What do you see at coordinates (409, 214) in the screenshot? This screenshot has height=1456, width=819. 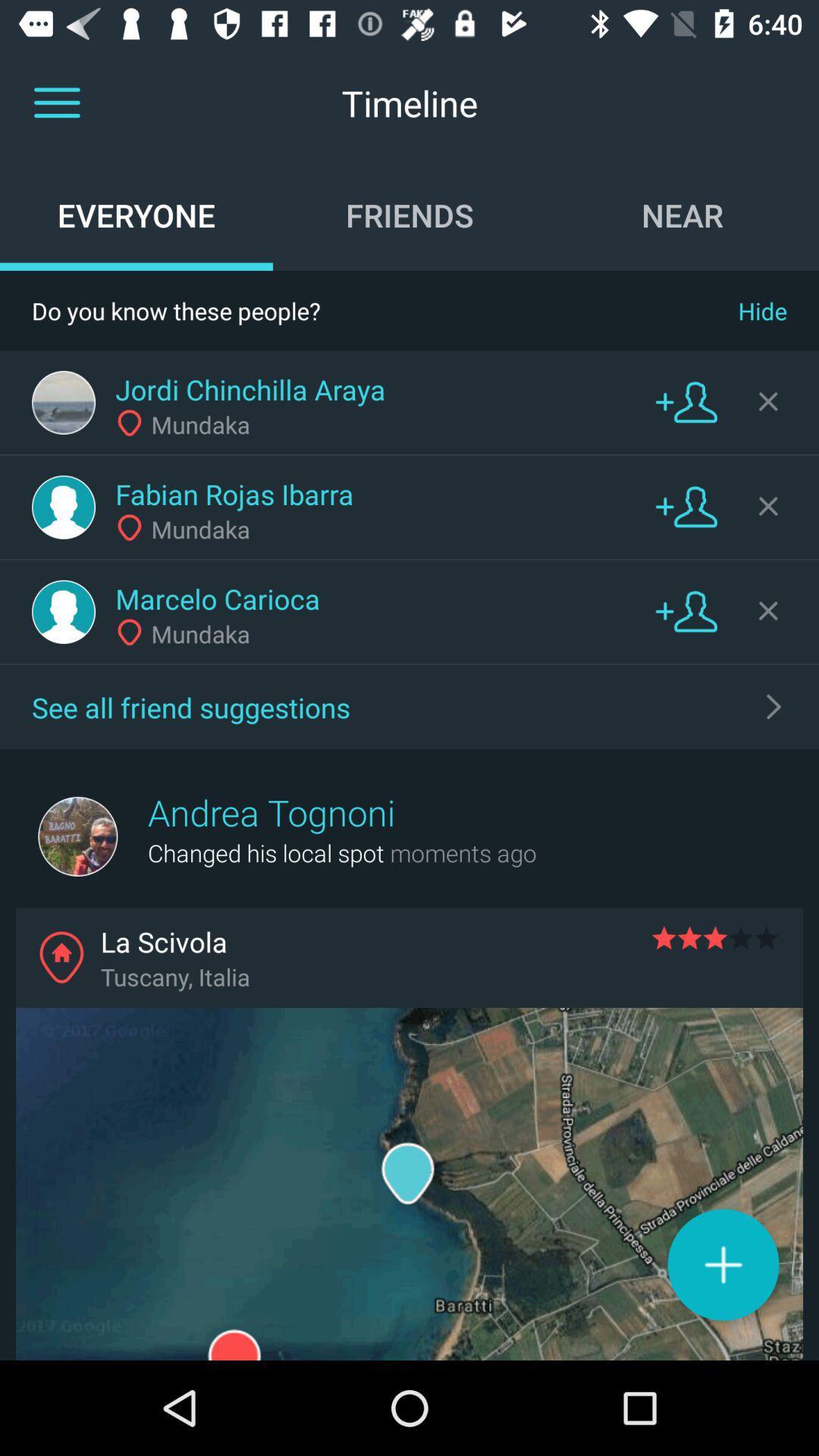 I see `the icon above do you know icon` at bounding box center [409, 214].